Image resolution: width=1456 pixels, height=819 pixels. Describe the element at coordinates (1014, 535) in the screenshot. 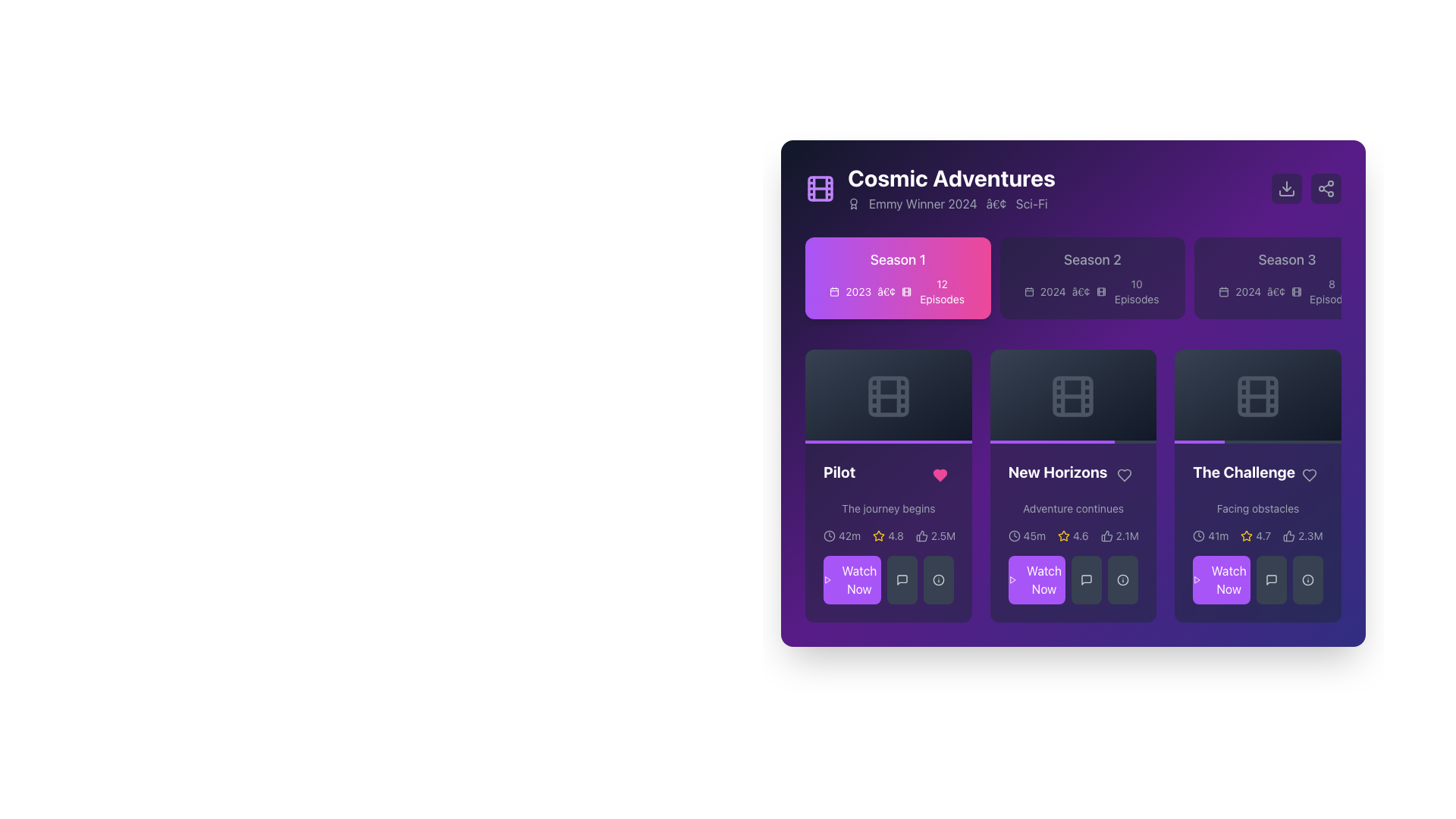

I see `the circular clock icon that features a minimalist design with clock hands, located to the left of the '45m' text in the 'New Horizons' card section` at that location.